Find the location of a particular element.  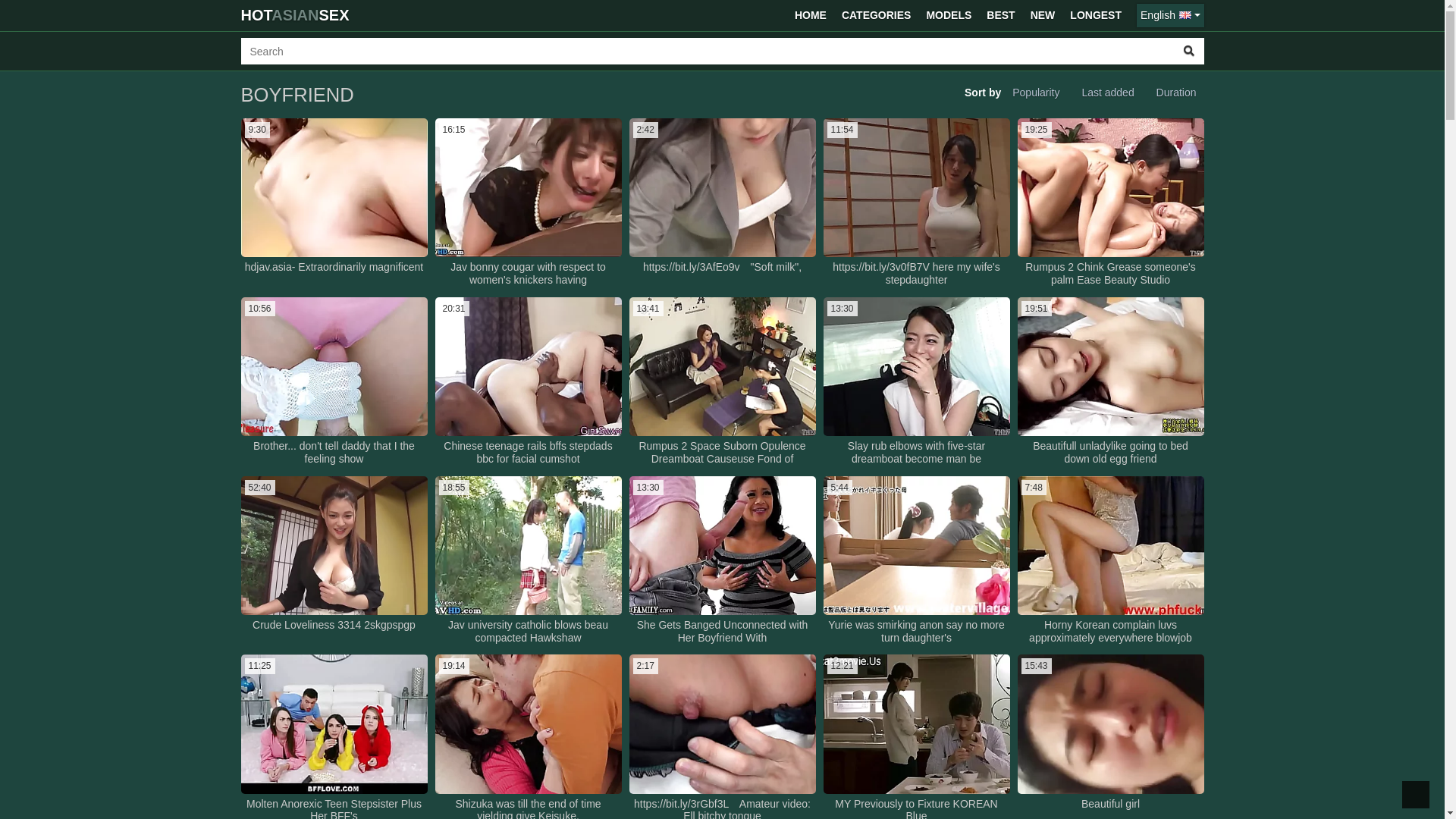

'Horny Korean complain luvs approximately everywhere blowjob' is located at coordinates (1110, 632).